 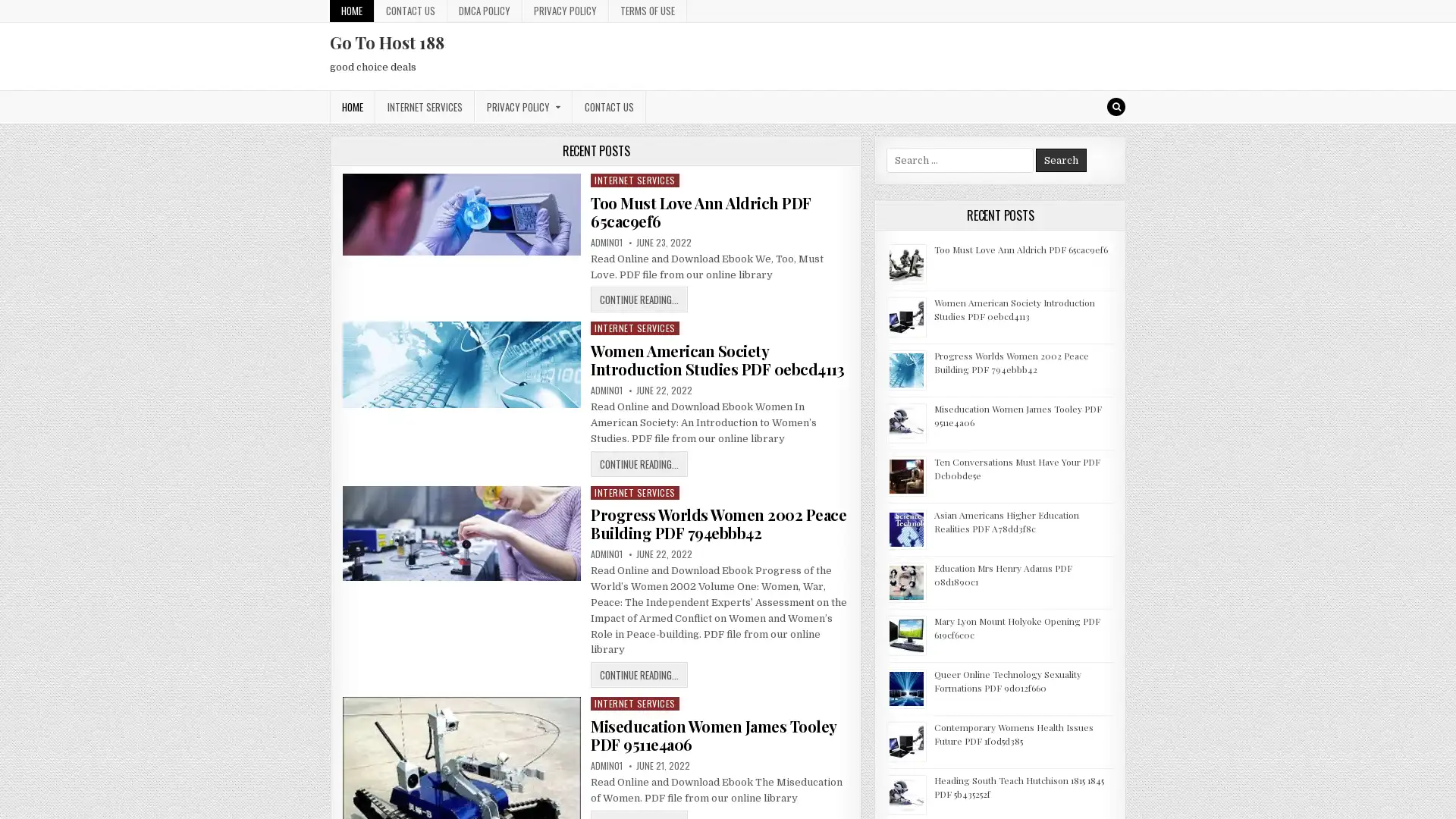 What do you see at coordinates (1060, 160) in the screenshot?
I see `Search` at bounding box center [1060, 160].